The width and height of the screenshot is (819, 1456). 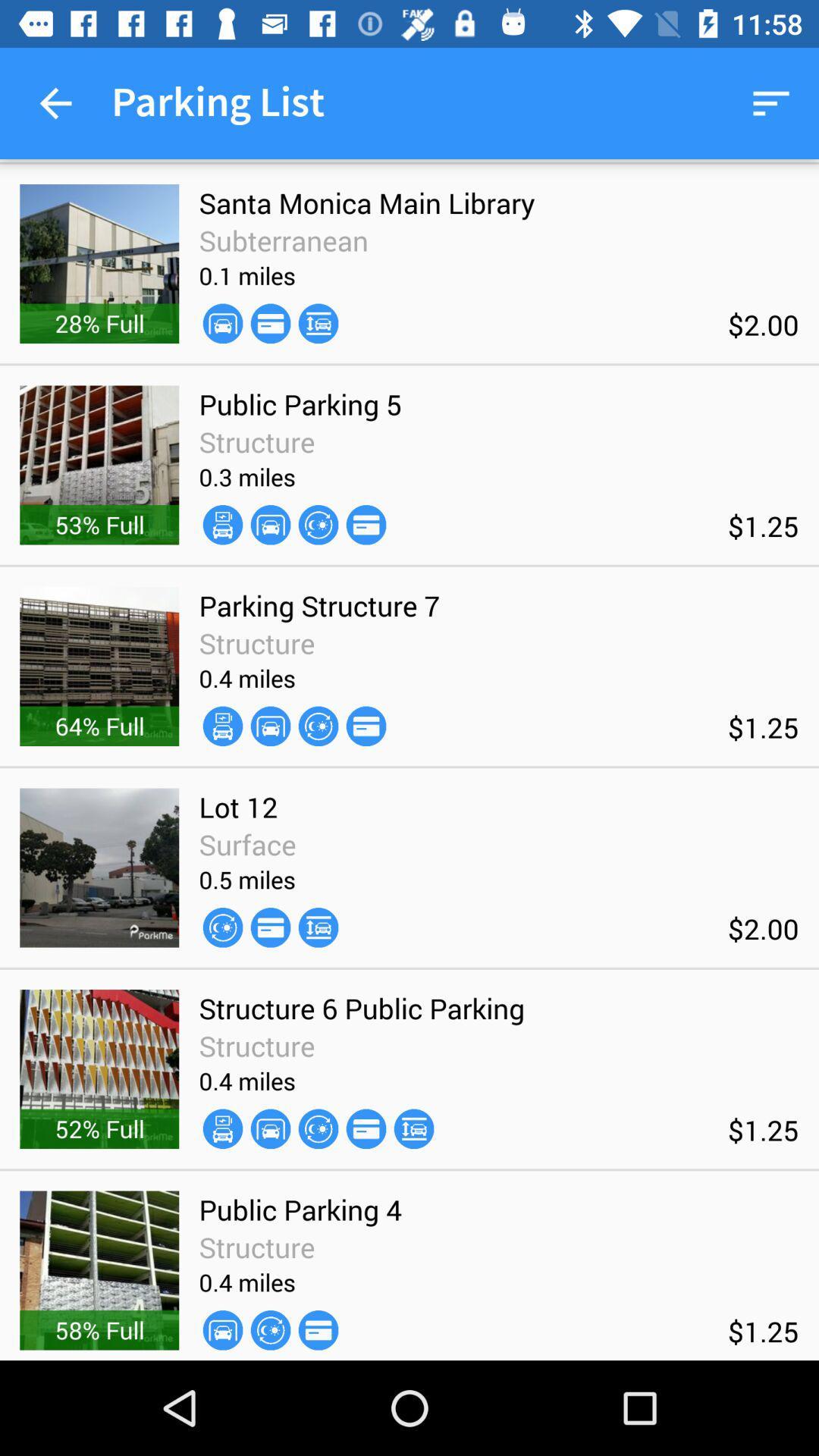 What do you see at coordinates (222, 525) in the screenshot?
I see `the item below 0.3 miles` at bounding box center [222, 525].